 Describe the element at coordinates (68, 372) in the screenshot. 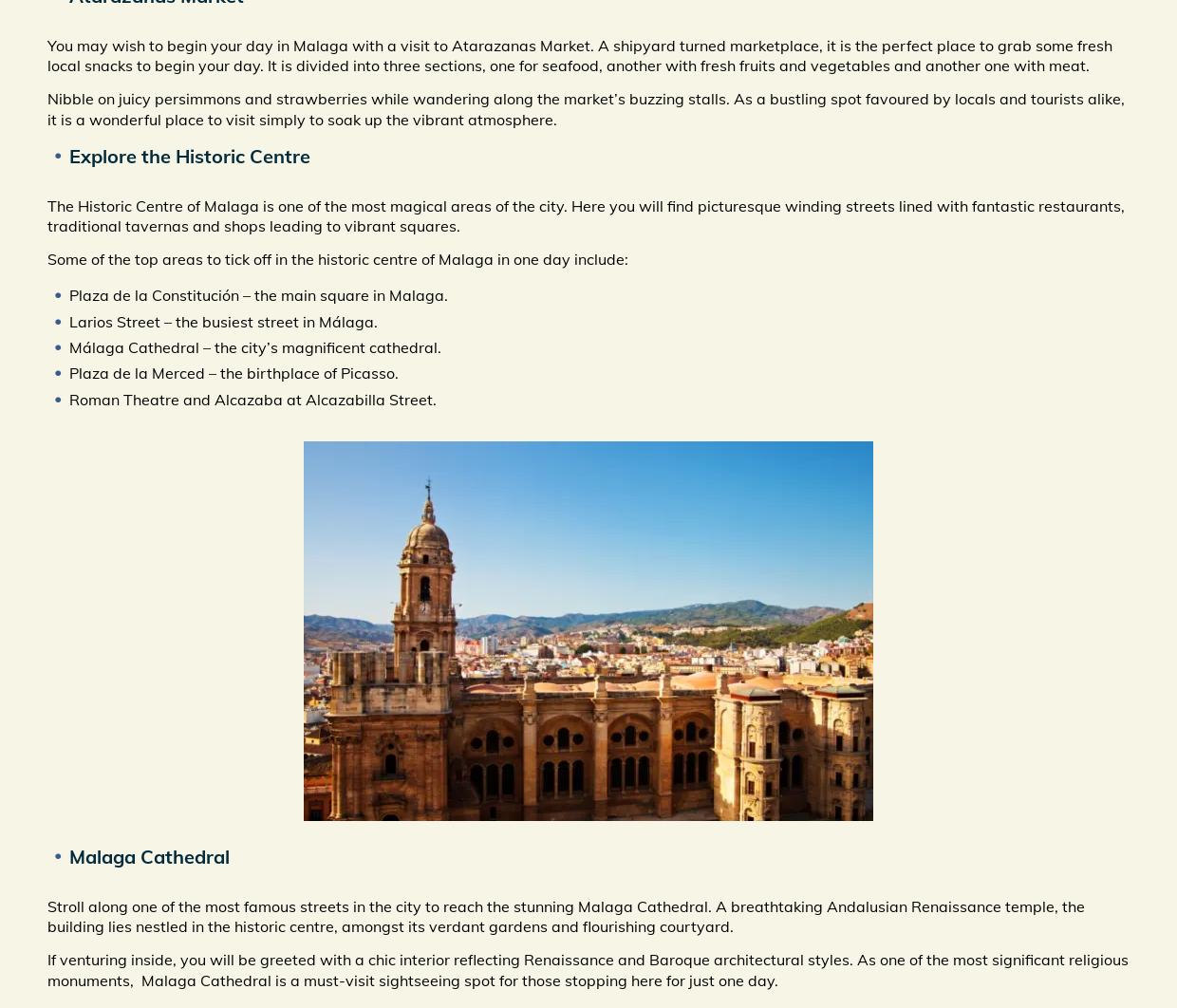

I see `'Plaza de la Merced – the birthplace of Picasso.'` at that location.